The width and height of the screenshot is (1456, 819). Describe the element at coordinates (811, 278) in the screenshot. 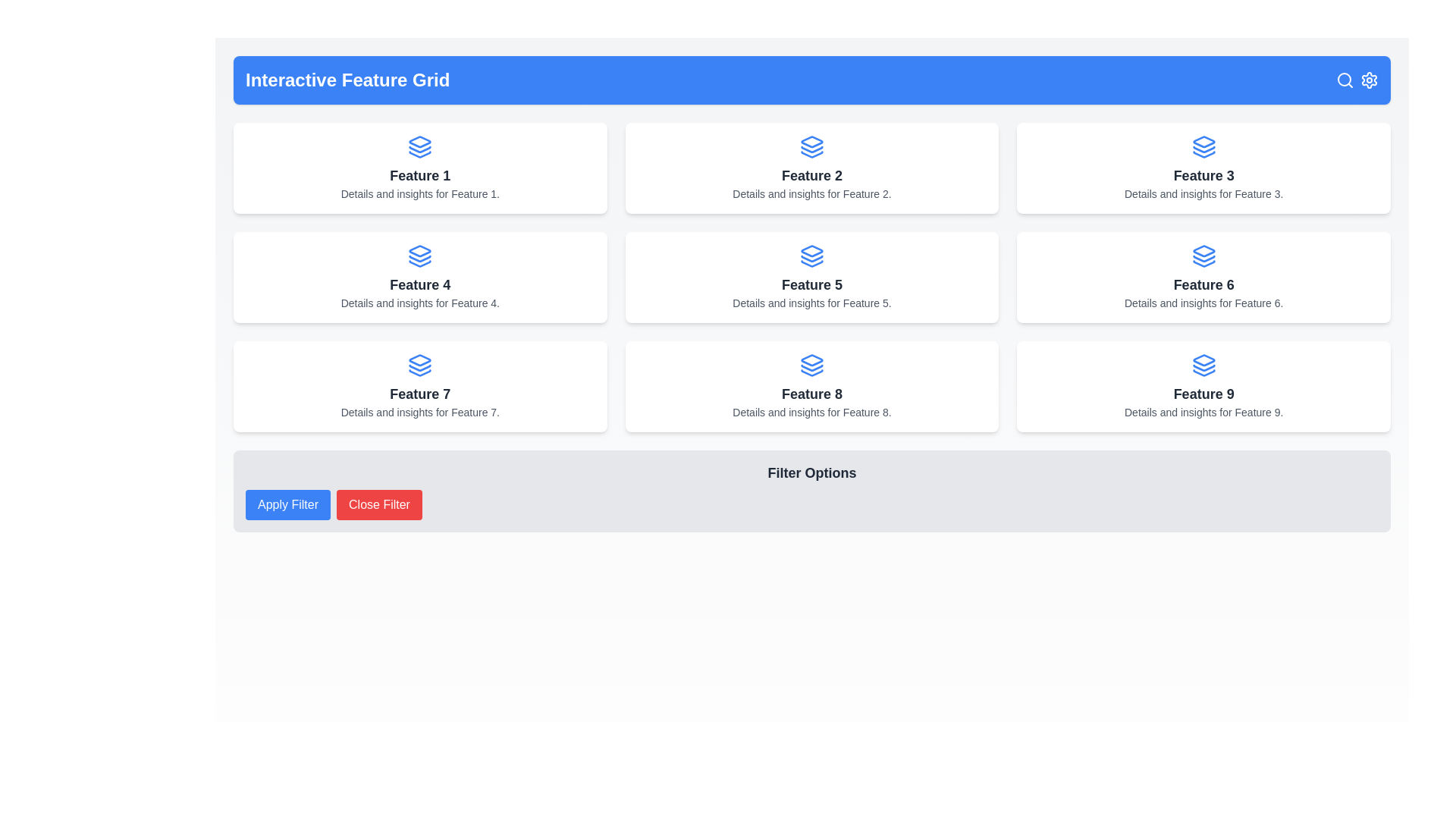

I see `the 'Feature 5' card located in the second row and second column of the 'Interactive Feature Grid' to interact or navigate` at that location.